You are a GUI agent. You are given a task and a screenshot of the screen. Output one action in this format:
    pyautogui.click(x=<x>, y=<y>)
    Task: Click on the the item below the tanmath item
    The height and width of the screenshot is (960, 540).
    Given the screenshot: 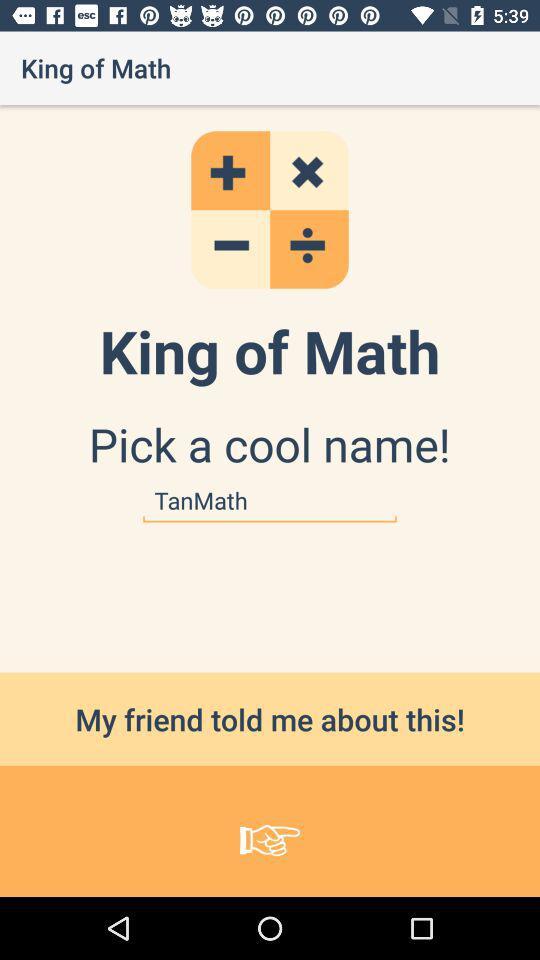 What is the action you would take?
    pyautogui.click(x=270, y=719)
    